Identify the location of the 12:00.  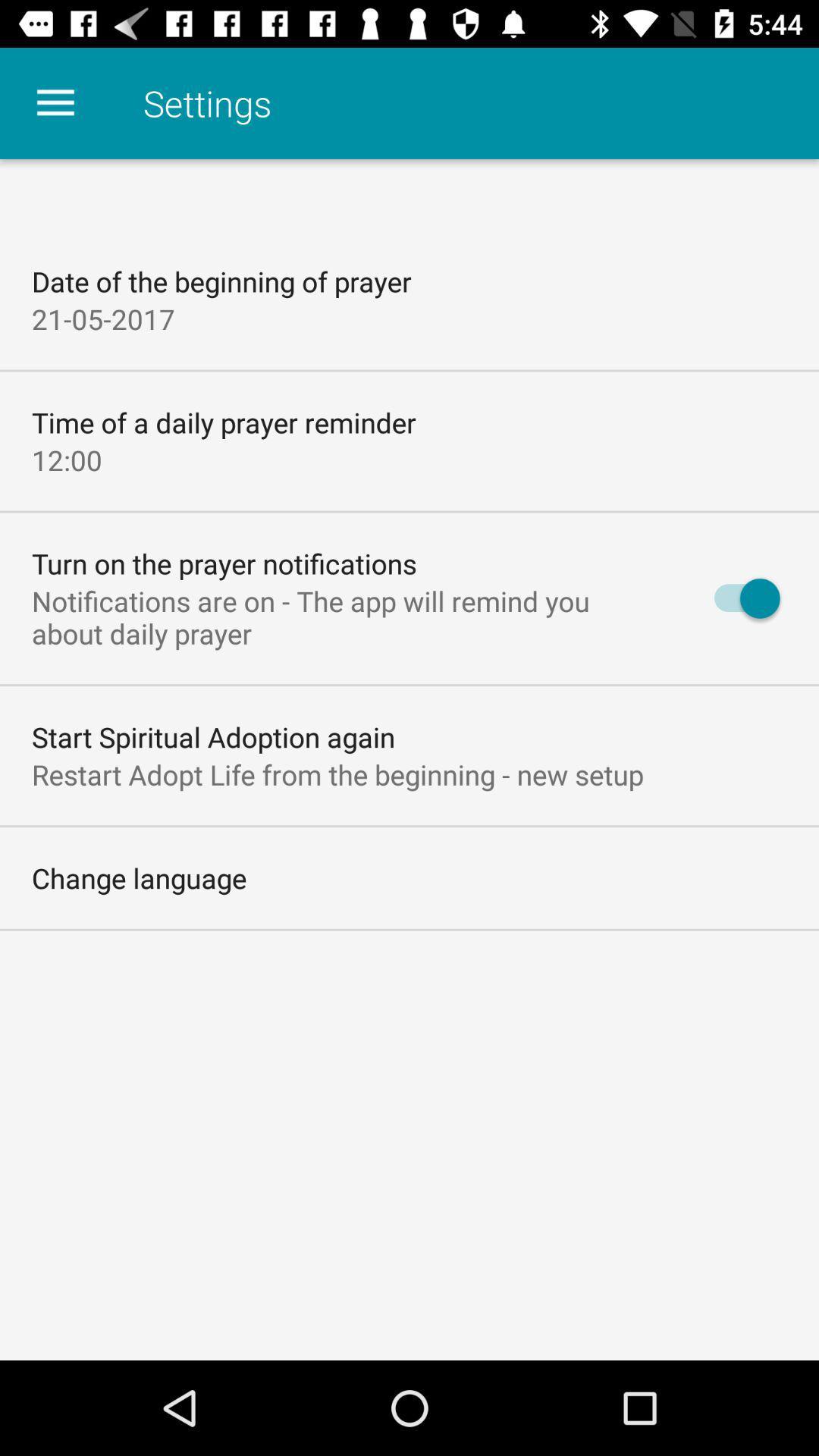
(66, 459).